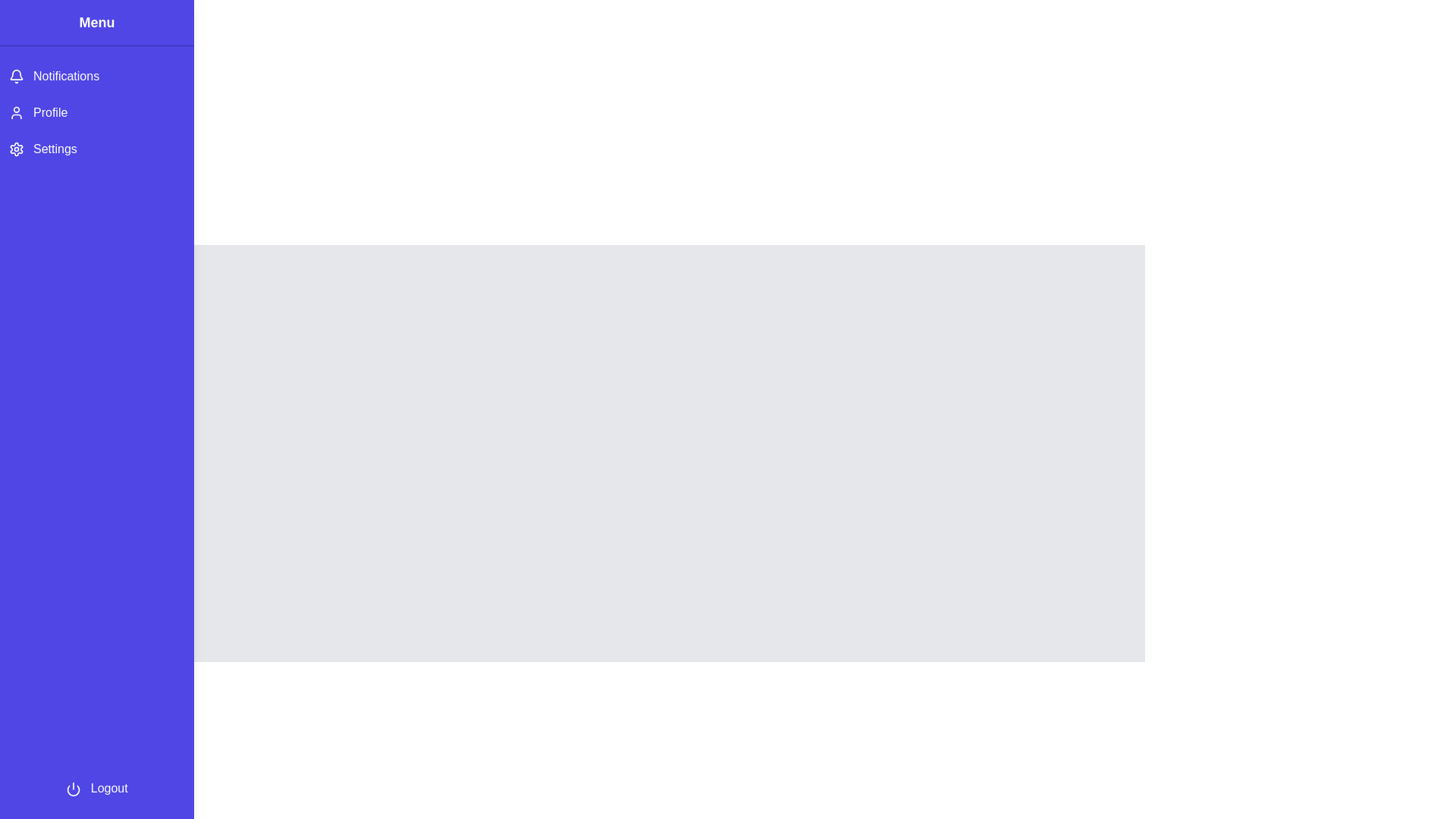 The image size is (1456, 819). What do you see at coordinates (96, 76) in the screenshot?
I see `the 'Notifications' menu item in the drawer` at bounding box center [96, 76].